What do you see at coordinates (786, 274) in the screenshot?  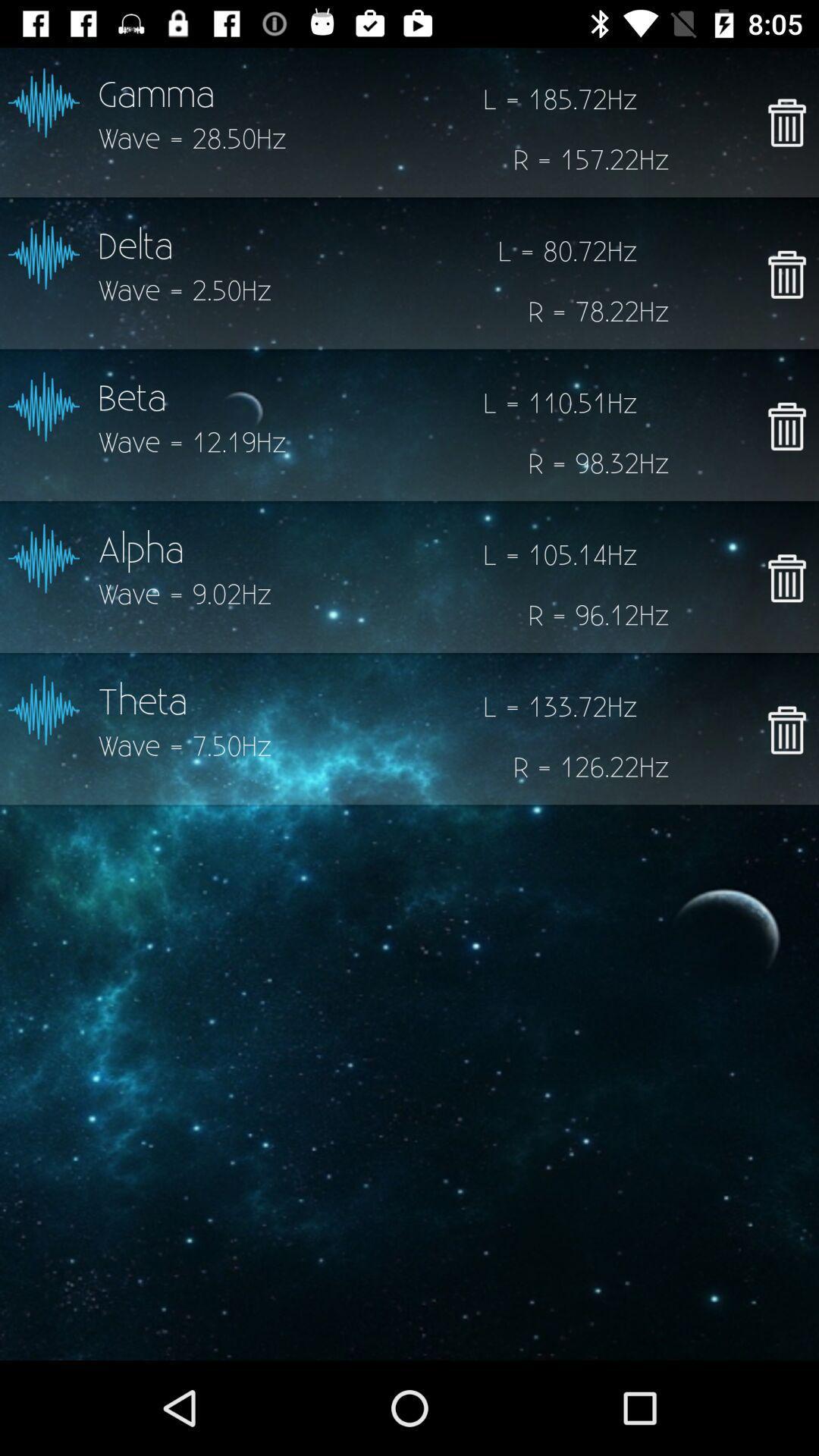 I see `to delete` at bounding box center [786, 274].